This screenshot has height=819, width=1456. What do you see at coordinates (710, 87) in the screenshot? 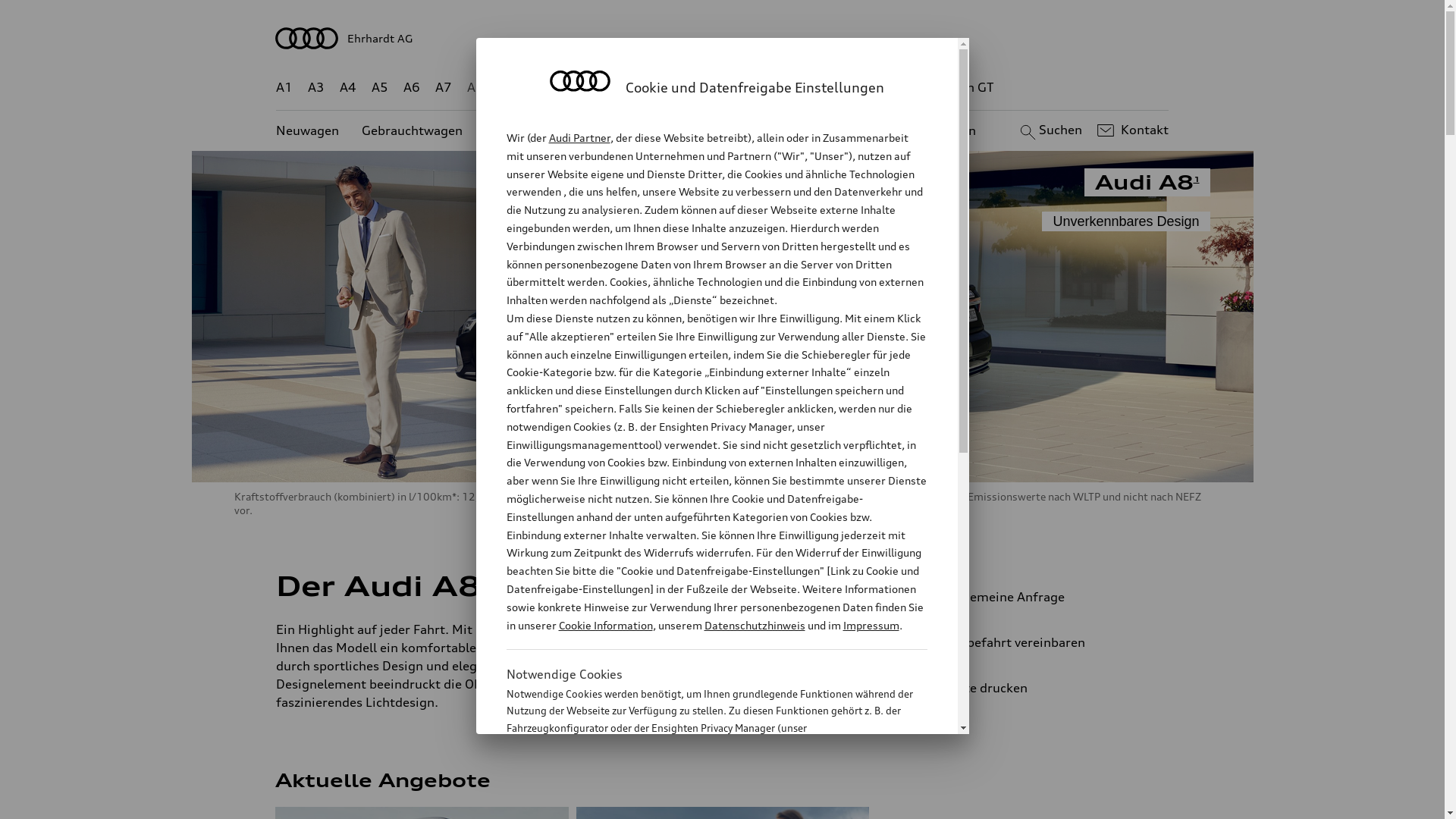
I see `'Q8'` at bounding box center [710, 87].